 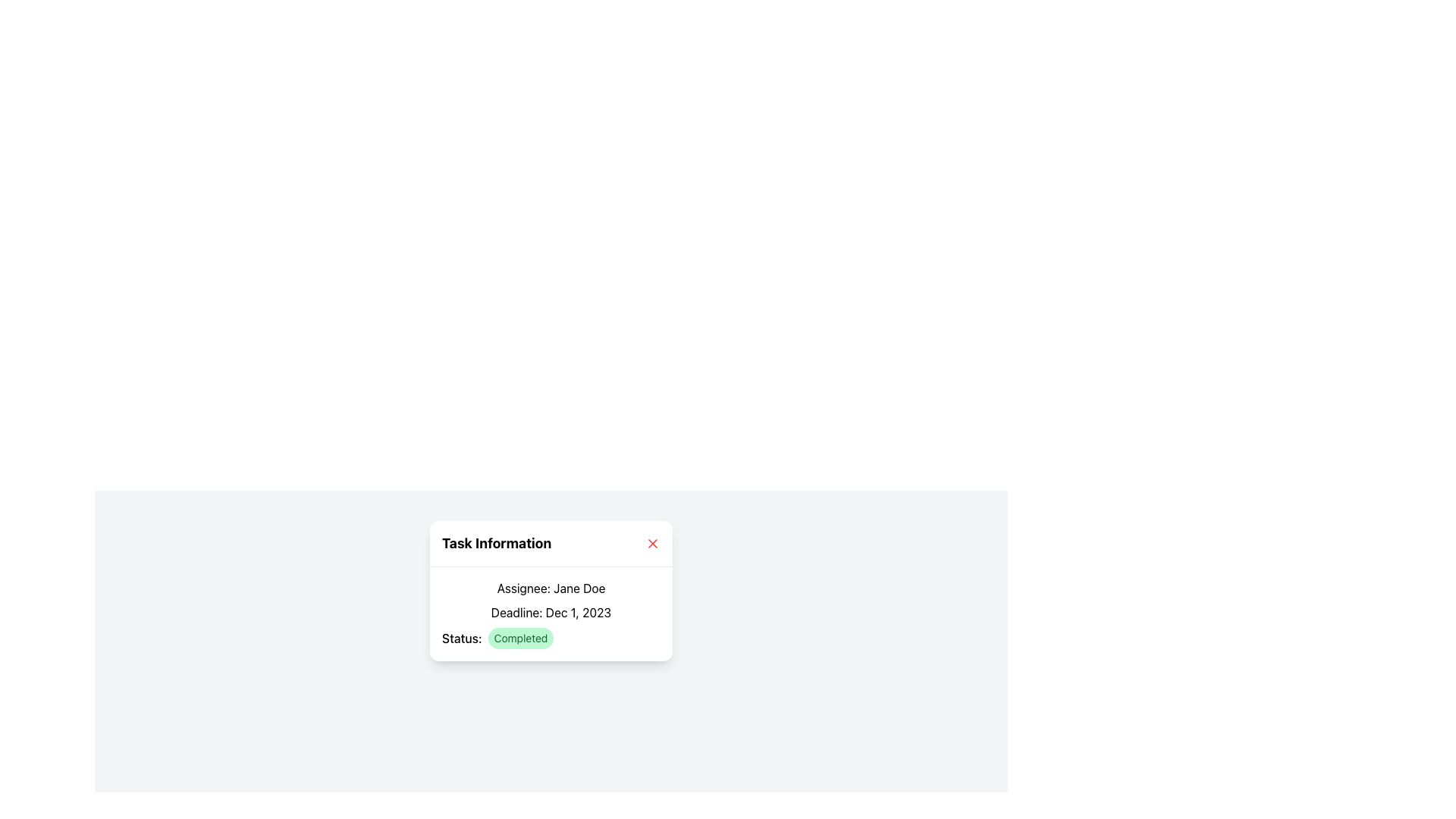 What do you see at coordinates (550, 587) in the screenshot?
I see `the non-interactive informational text label that displays the name of the person assigned to the task, located below the title 'Task Information'` at bounding box center [550, 587].